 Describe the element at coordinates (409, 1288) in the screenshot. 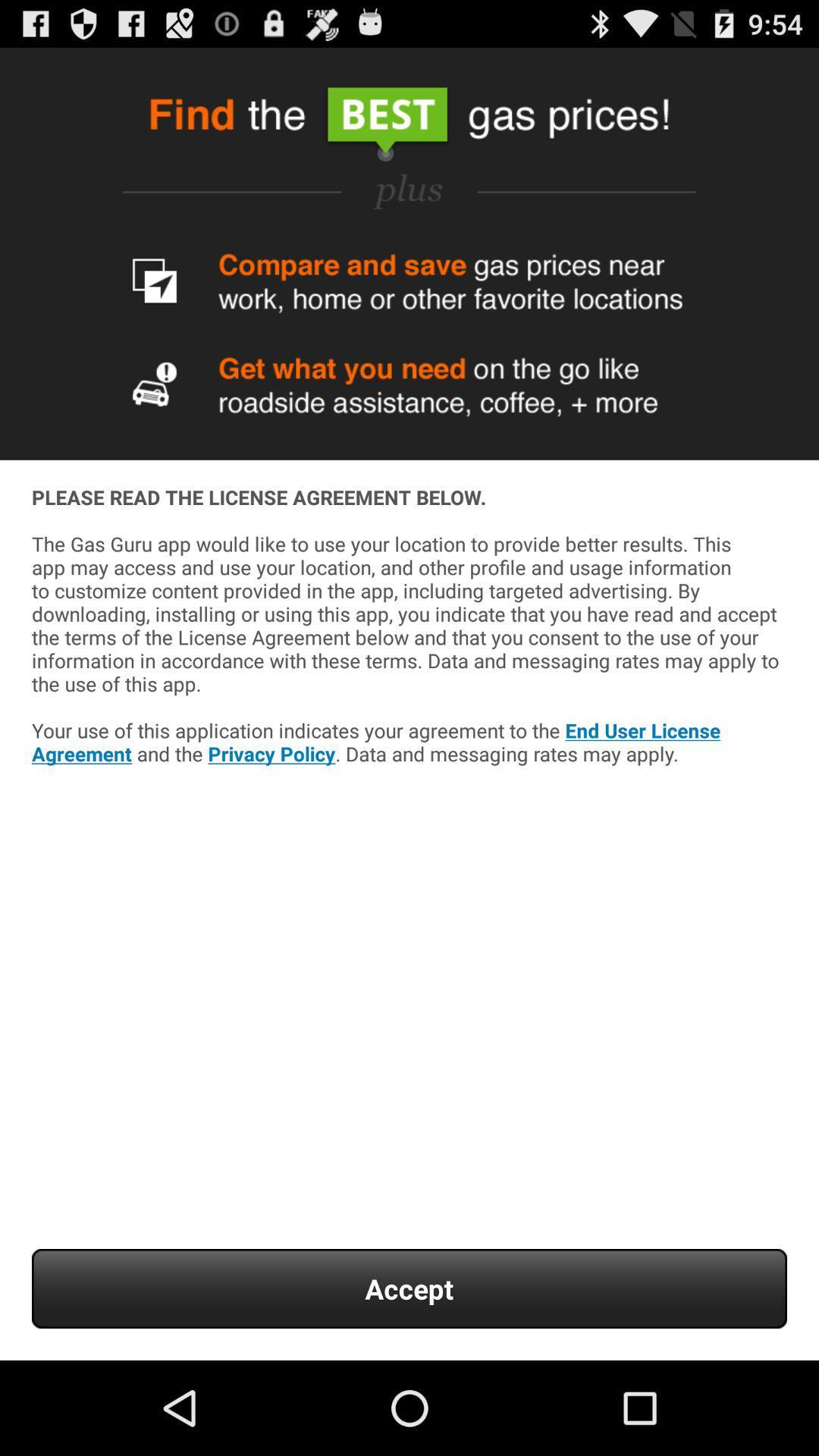

I see `the accept at the bottom` at that location.